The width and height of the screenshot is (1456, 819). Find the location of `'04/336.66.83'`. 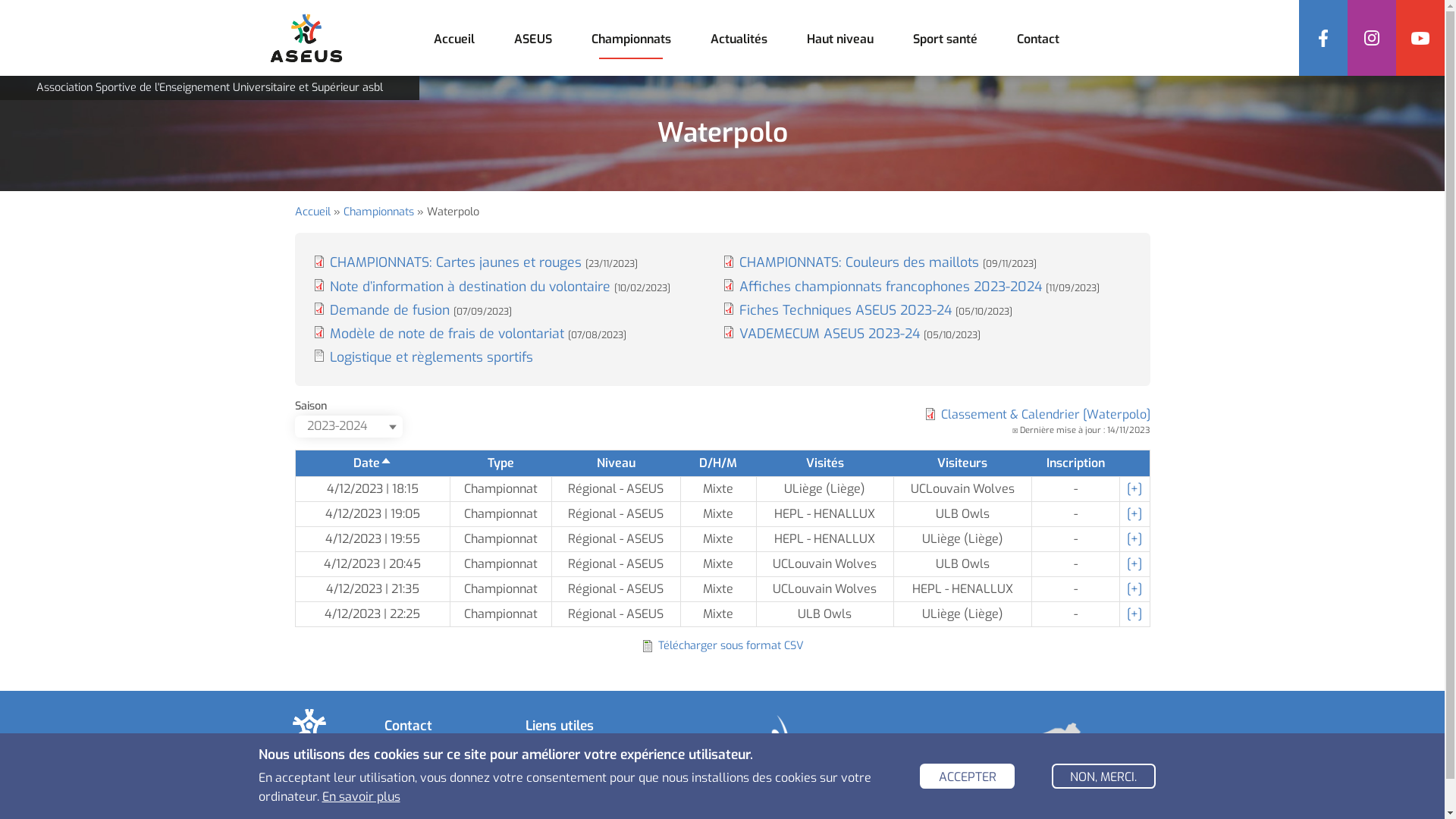

'04/336.66.83' is located at coordinates (443, 764).